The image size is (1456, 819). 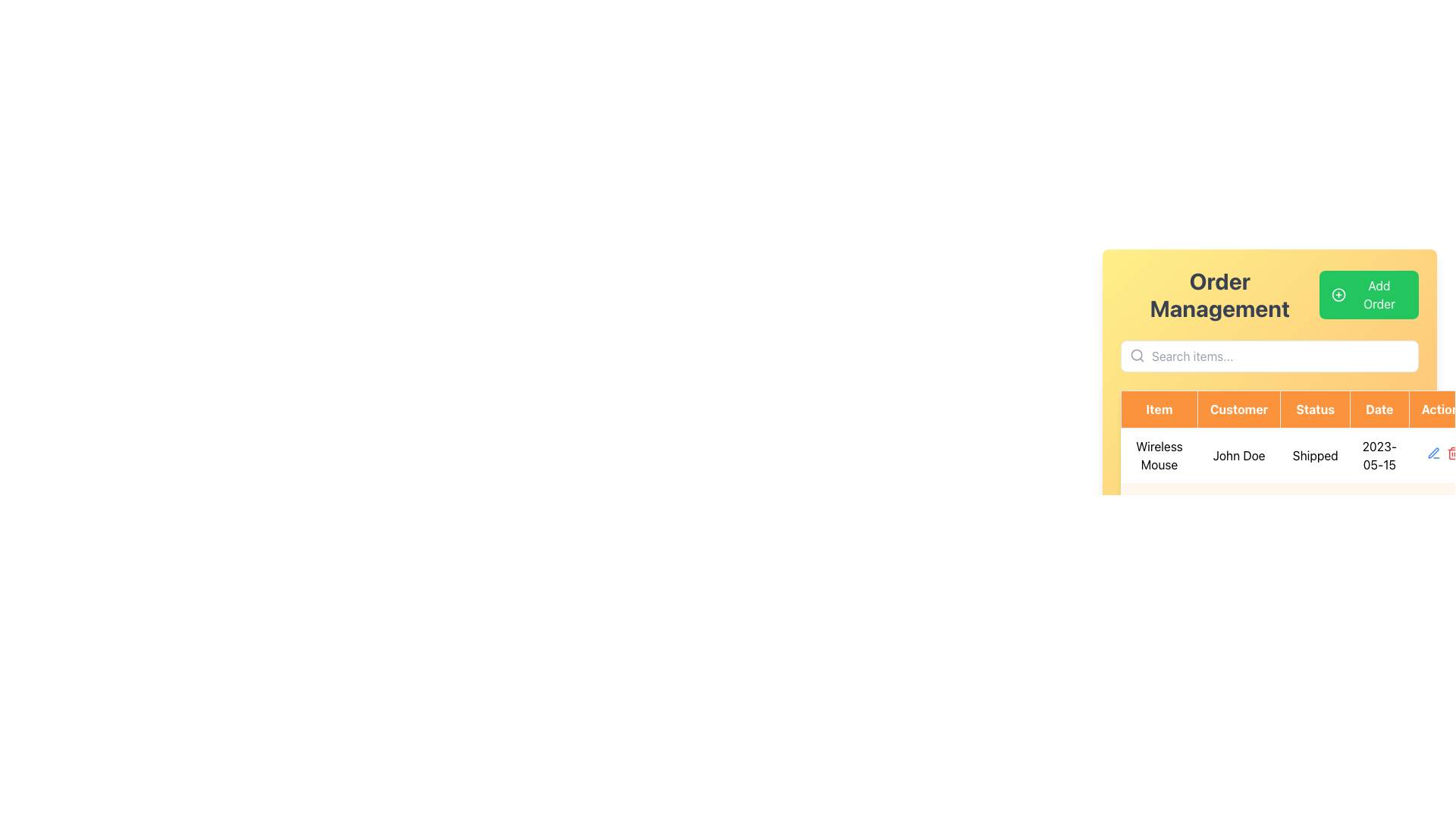 I want to click on the Table Header Cell labeled 'Status', which is the third cell in the header row of the table, positioned between the 'Customer' and 'Date' cells, so click(x=1314, y=409).